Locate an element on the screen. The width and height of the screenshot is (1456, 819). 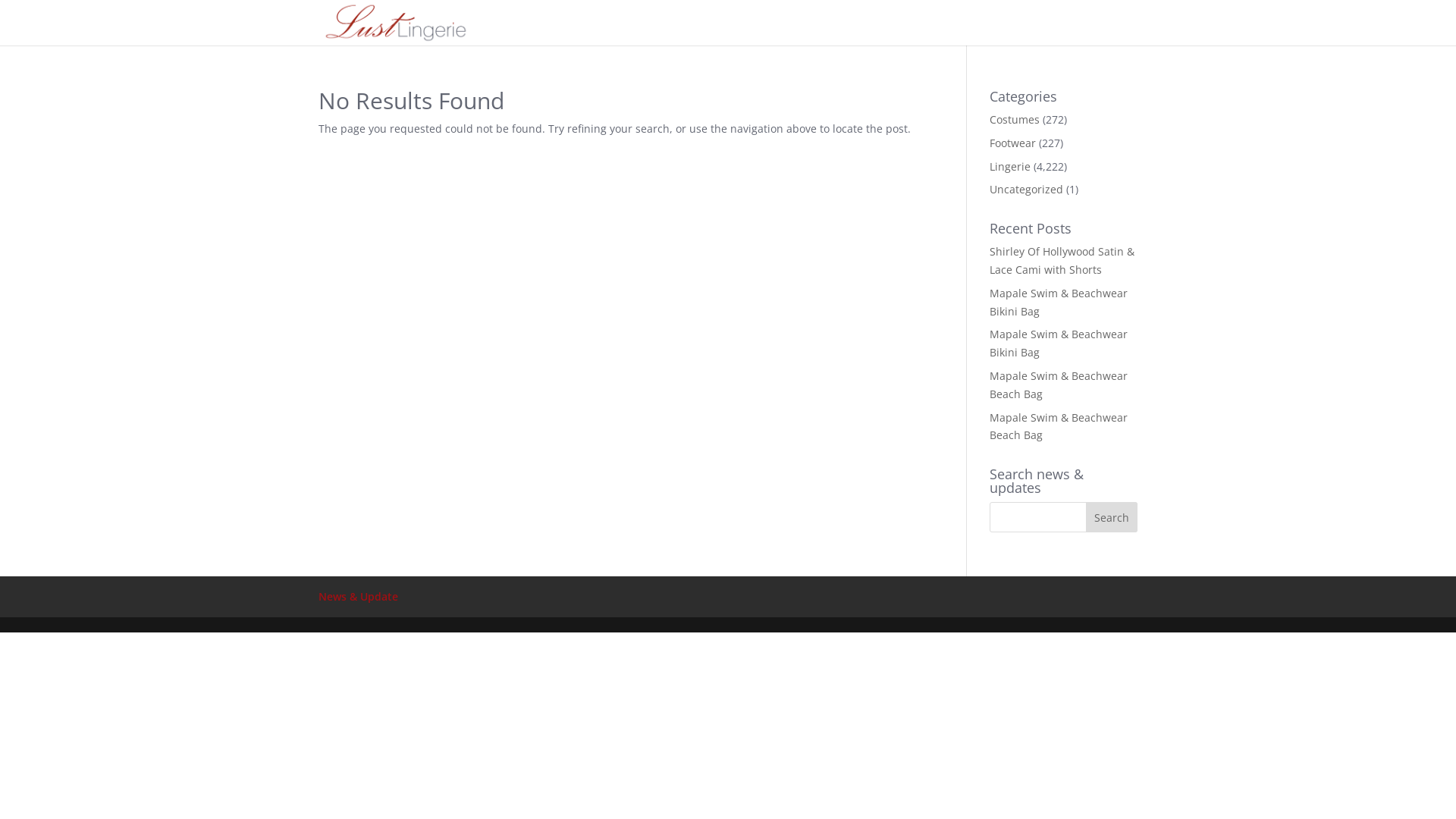
'News & Update' is located at coordinates (318, 595).